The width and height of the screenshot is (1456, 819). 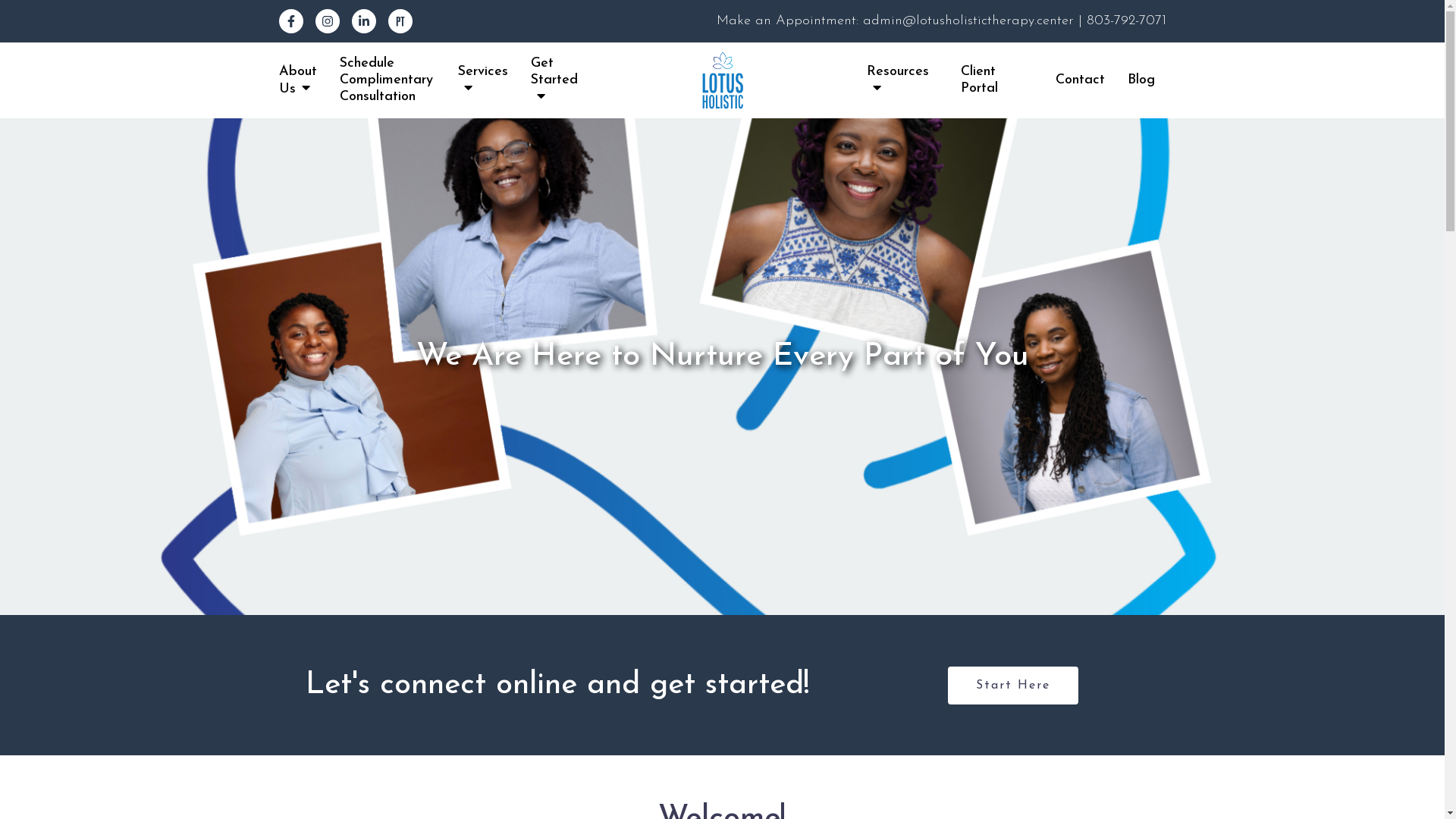 What do you see at coordinates (531, 80) in the screenshot?
I see `'Get Started'` at bounding box center [531, 80].